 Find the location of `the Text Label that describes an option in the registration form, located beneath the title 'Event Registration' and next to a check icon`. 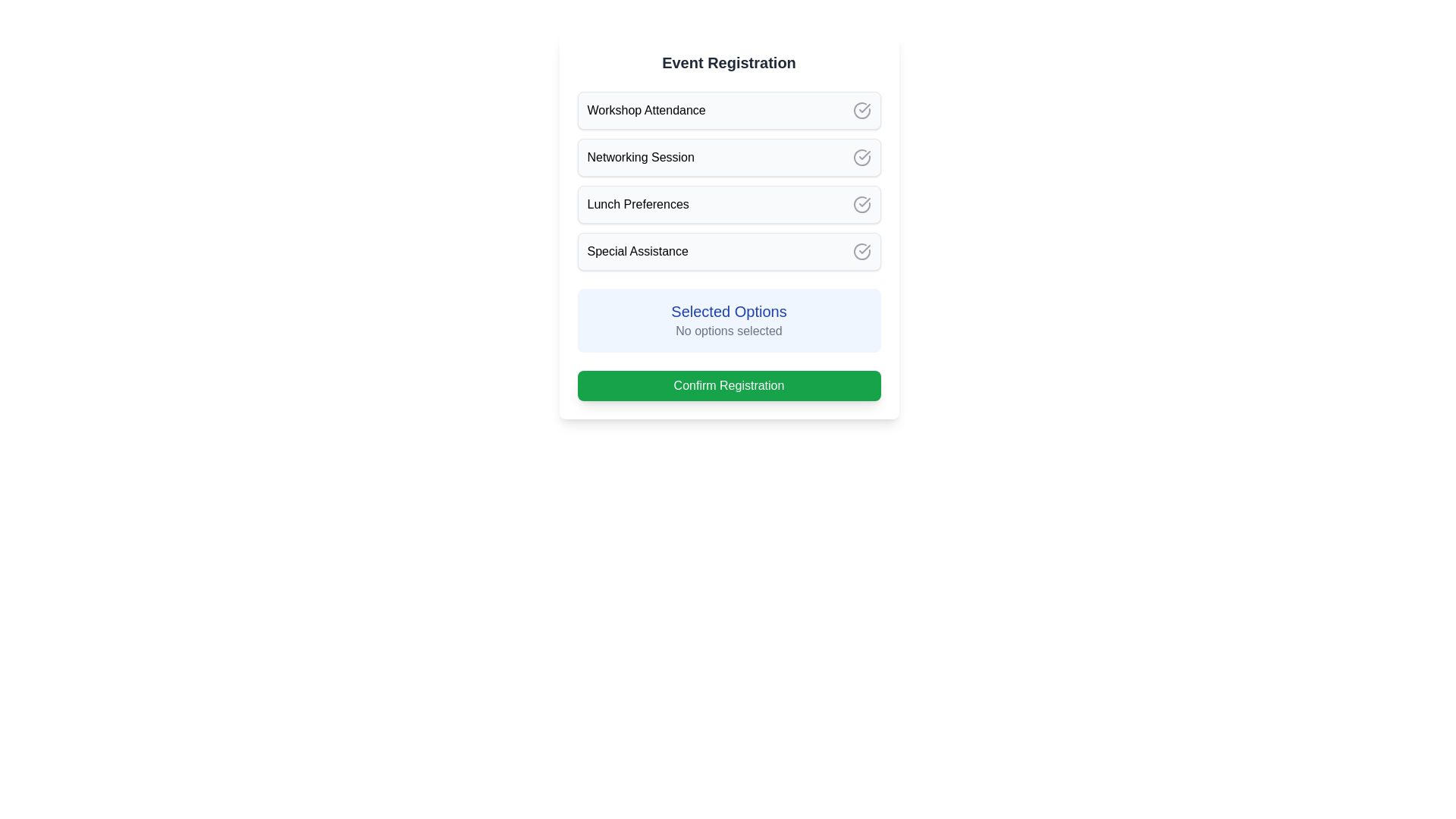

the Text Label that describes an option in the registration form, located beneath the title 'Event Registration' and next to a check icon is located at coordinates (646, 110).